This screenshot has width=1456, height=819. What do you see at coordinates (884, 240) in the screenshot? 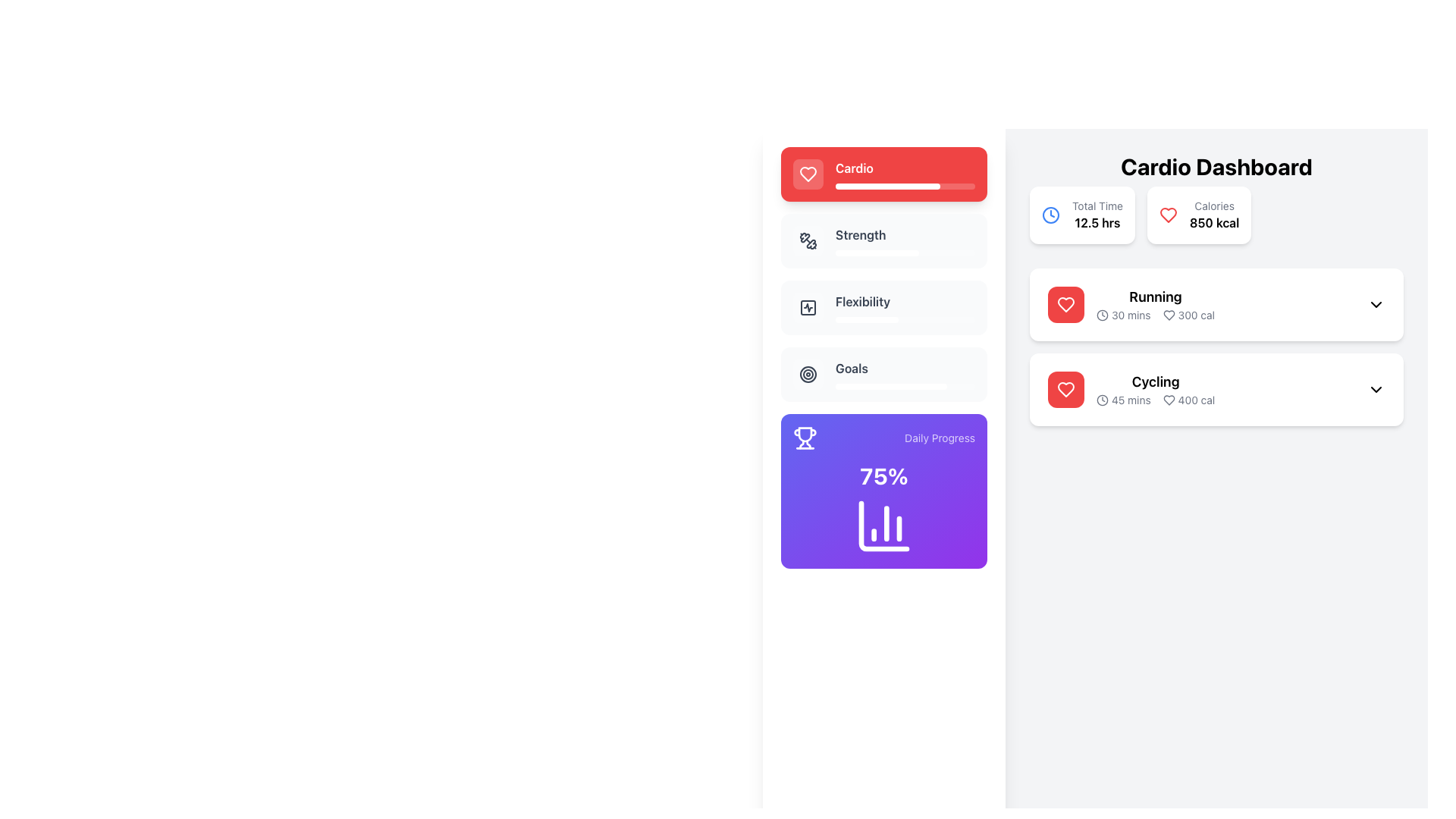
I see `the 'Strength' menu item, which features a bold label and an icon of interlocked links, located in the left menu panel between 'Cardio' and 'Flexibility'` at bounding box center [884, 240].